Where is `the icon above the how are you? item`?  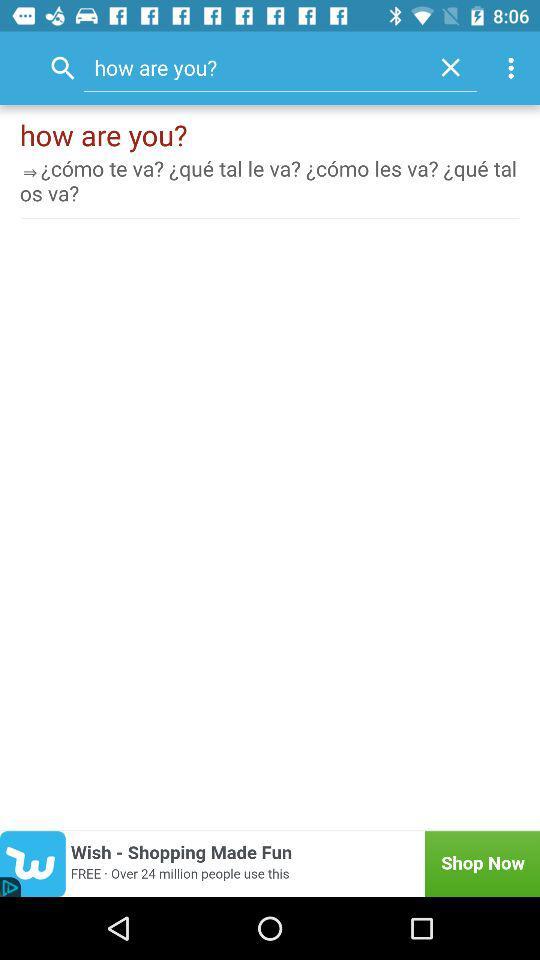 the icon above the how are you? item is located at coordinates (450, 67).